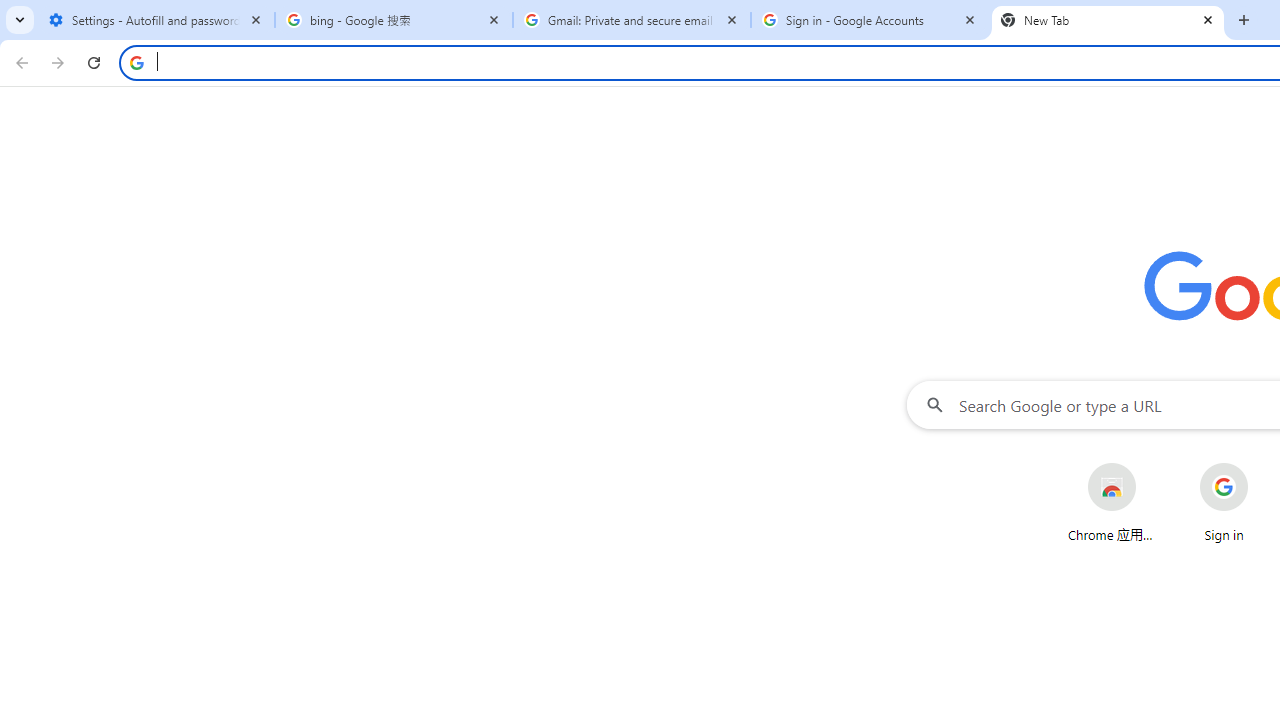 The height and width of the screenshot is (720, 1280). What do you see at coordinates (870, 20) in the screenshot?
I see `'Sign in - Google Accounts'` at bounding box center [870, 20].